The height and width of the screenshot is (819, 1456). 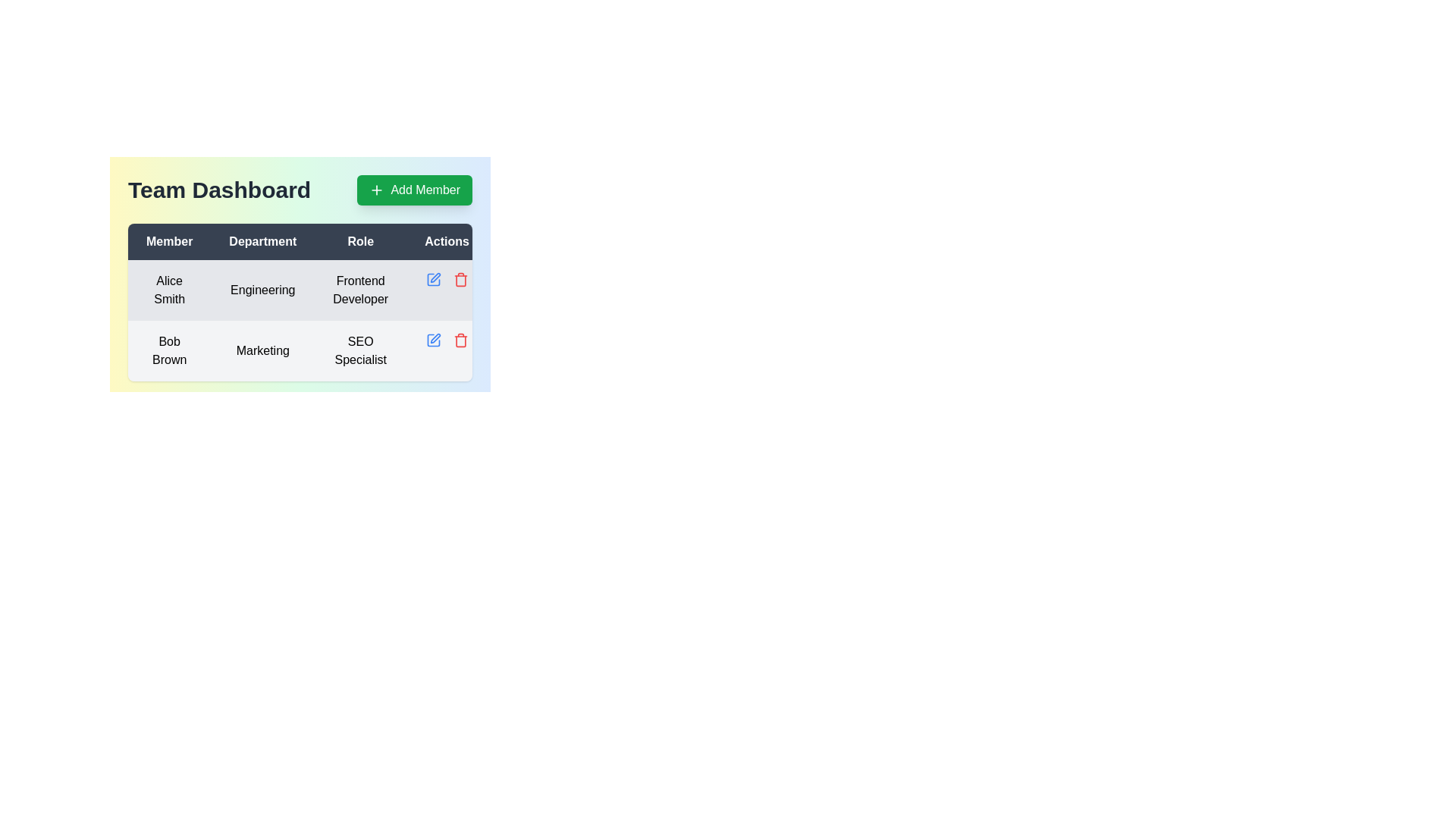 I want to click on the text element displaying 'Bob Brown' in the first cell of the second row of the table, which is styled in black font on a light-gray background, so click(x=169, y=350).